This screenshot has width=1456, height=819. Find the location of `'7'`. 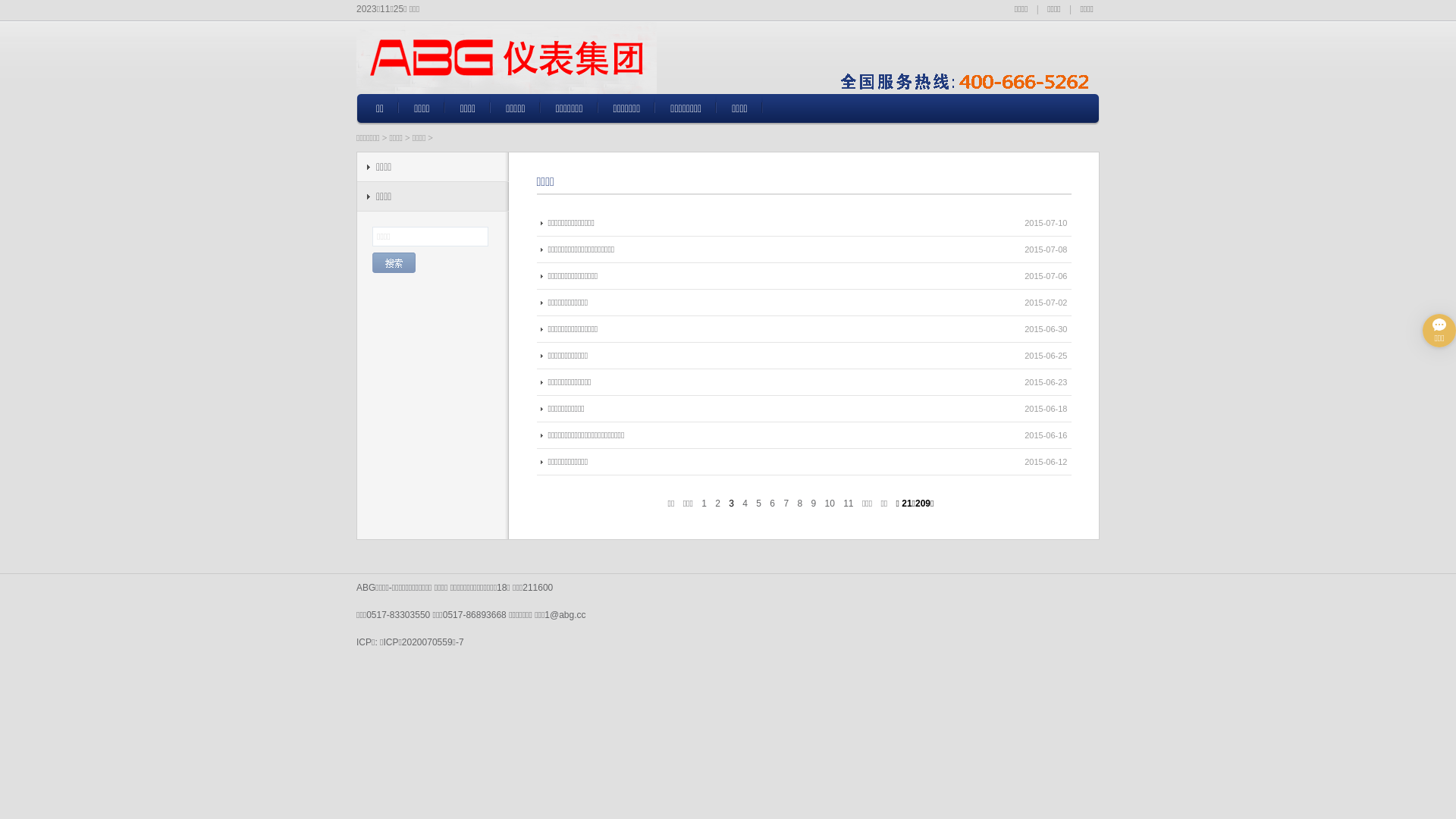

'7' is located at coordinates (786, 503).